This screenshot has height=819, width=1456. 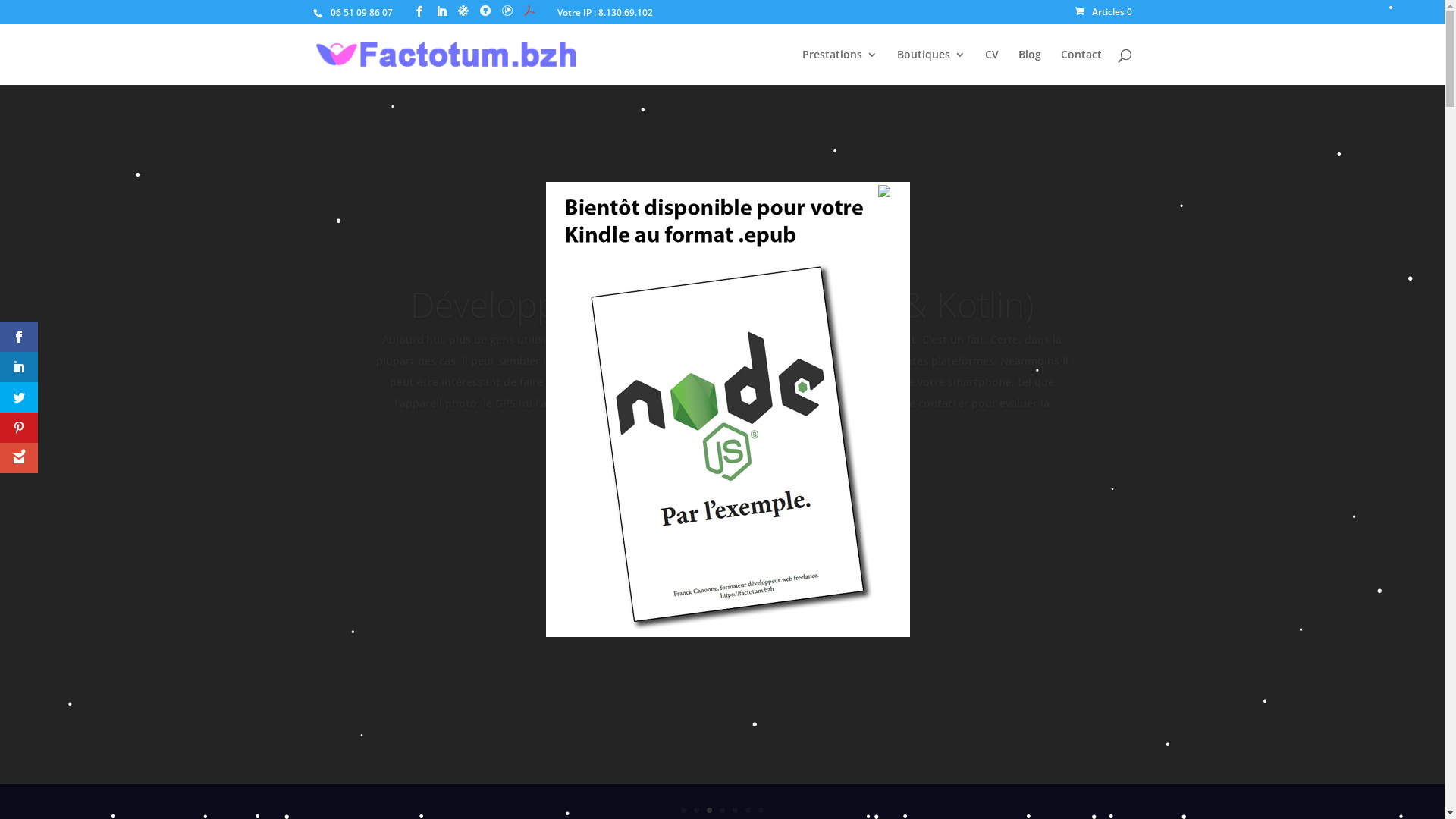 I want to click on 'Profil LinkedIn', so click(x=439, y=11).